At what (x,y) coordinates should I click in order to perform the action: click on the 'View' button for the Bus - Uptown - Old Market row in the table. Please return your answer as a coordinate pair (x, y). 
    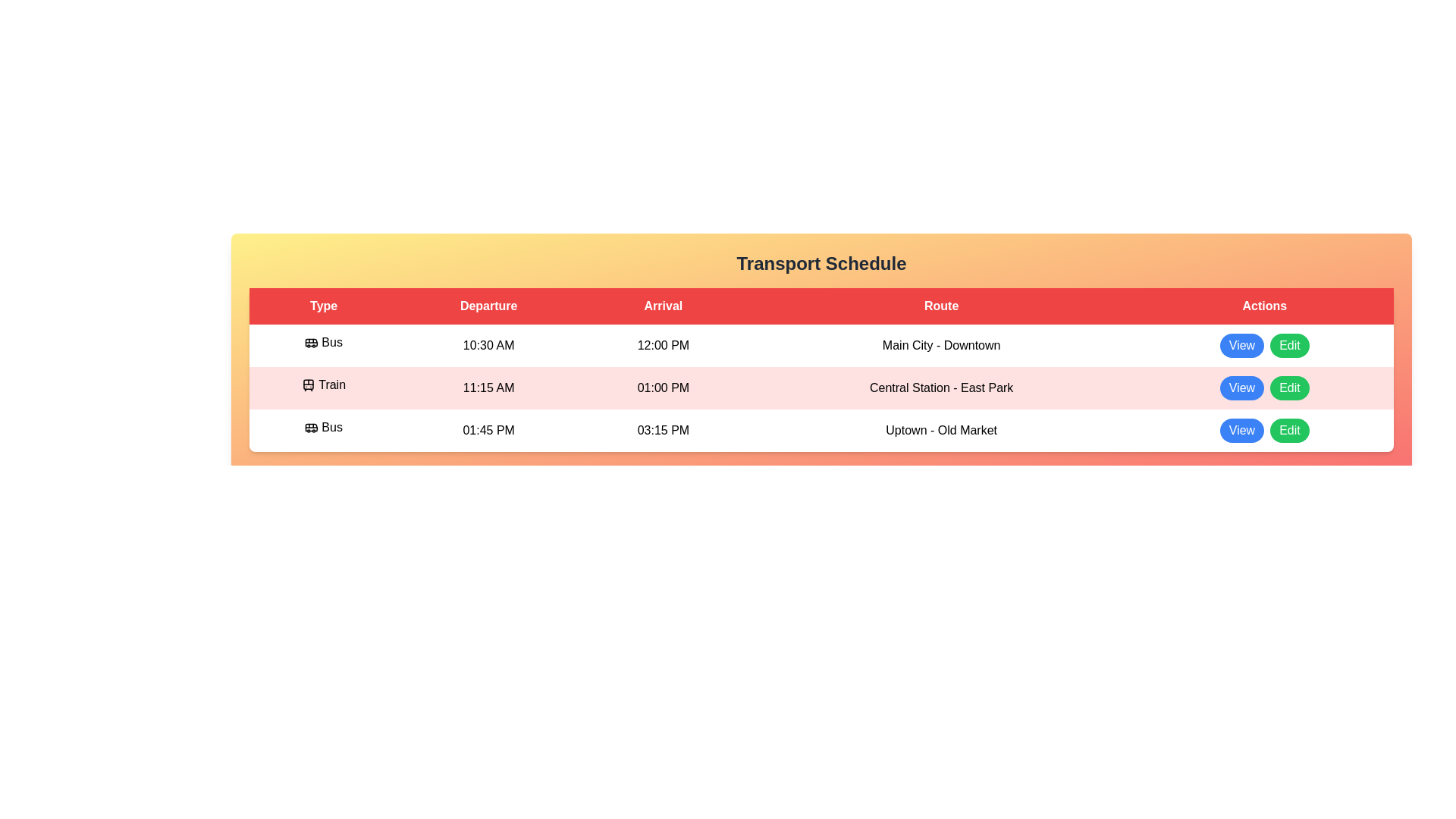
    Looking at the image, I should click on (1241, 430).